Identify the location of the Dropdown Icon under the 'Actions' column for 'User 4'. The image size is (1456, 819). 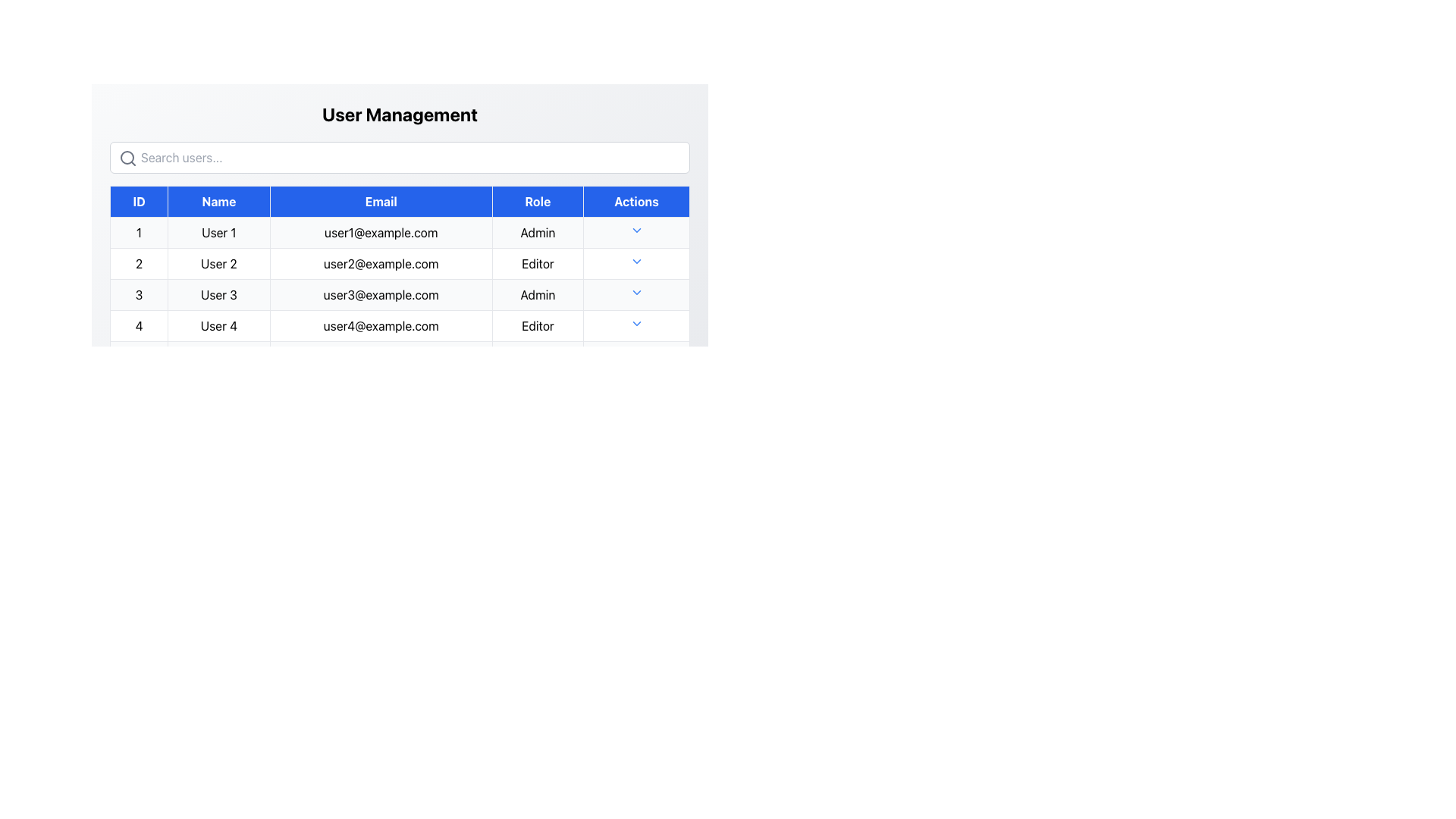
(636, 325).